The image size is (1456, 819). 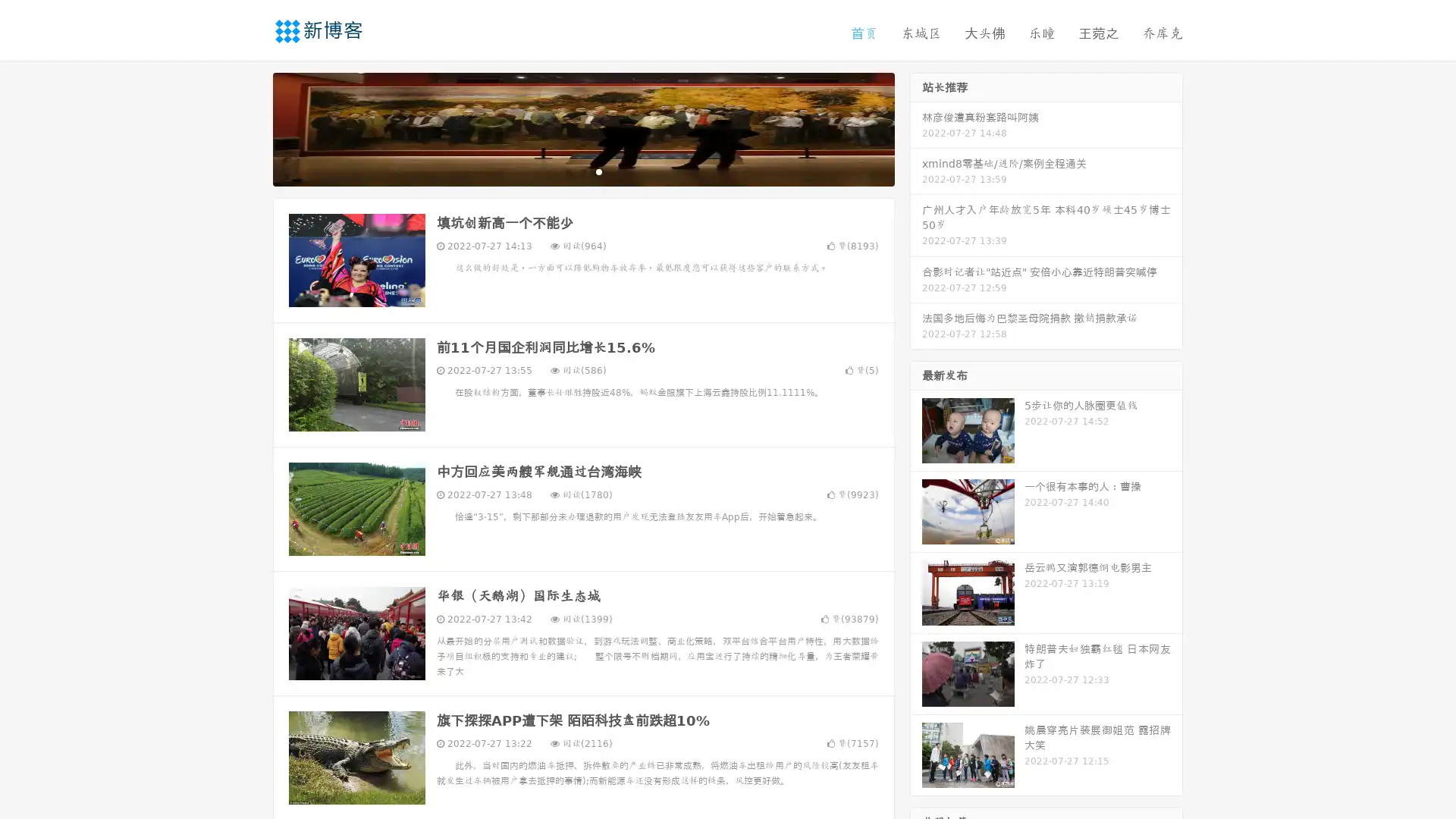 I want to click on Next slide, so click(x=916, y=127).